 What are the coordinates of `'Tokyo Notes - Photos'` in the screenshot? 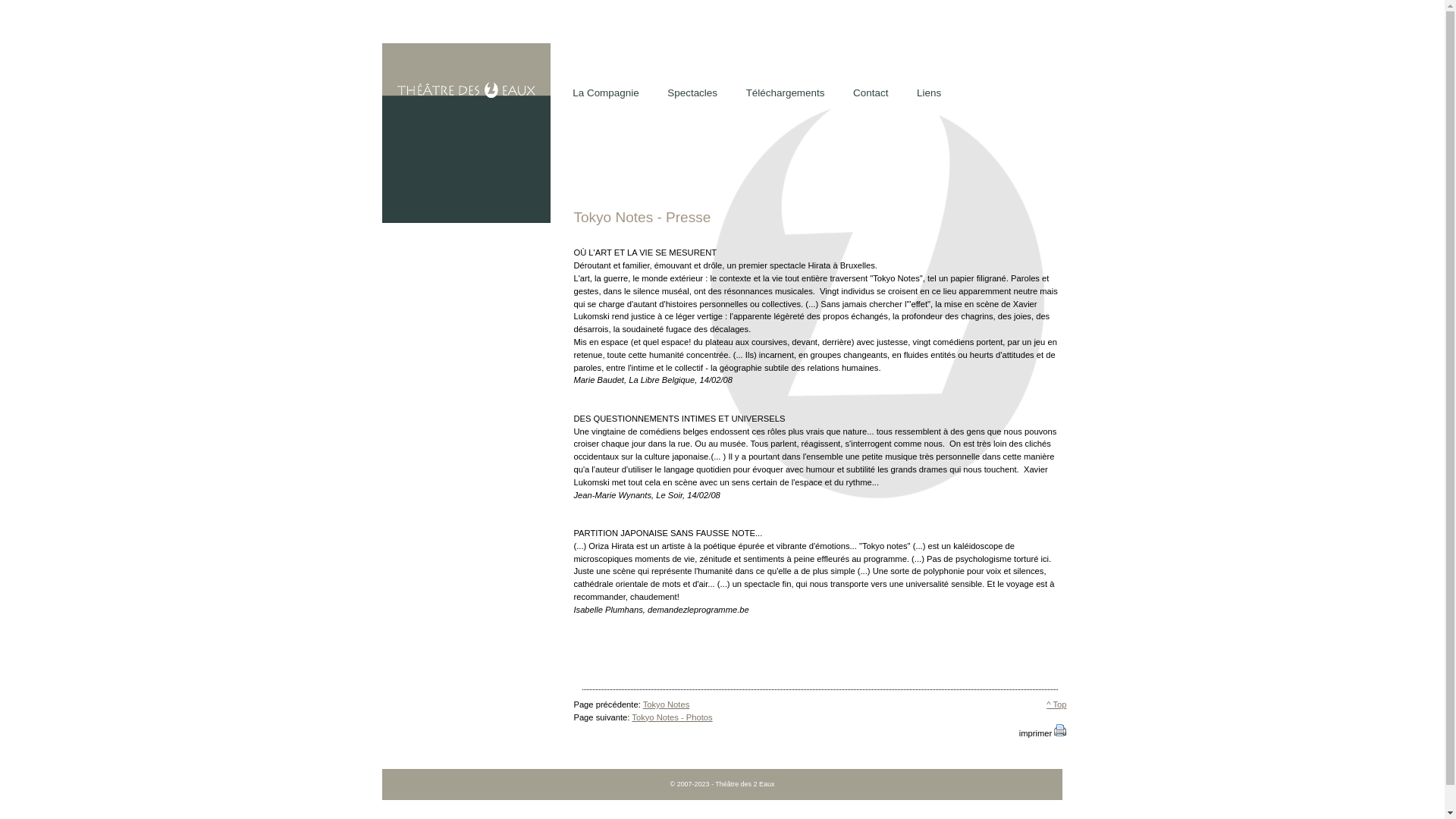 It's located at (671, 717).